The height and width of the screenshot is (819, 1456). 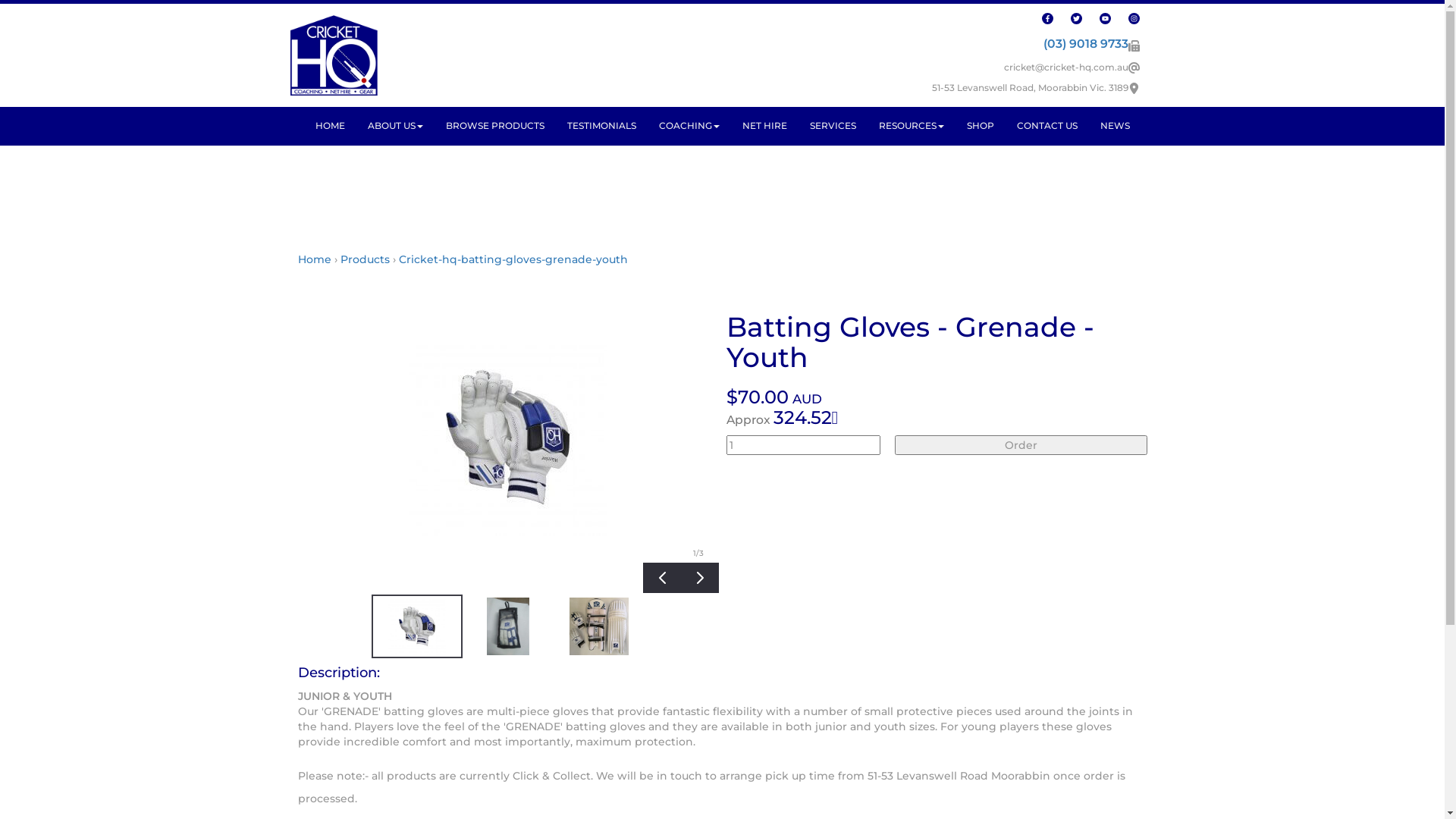 I want to click on 'HOME', so click(x=303, y=124).